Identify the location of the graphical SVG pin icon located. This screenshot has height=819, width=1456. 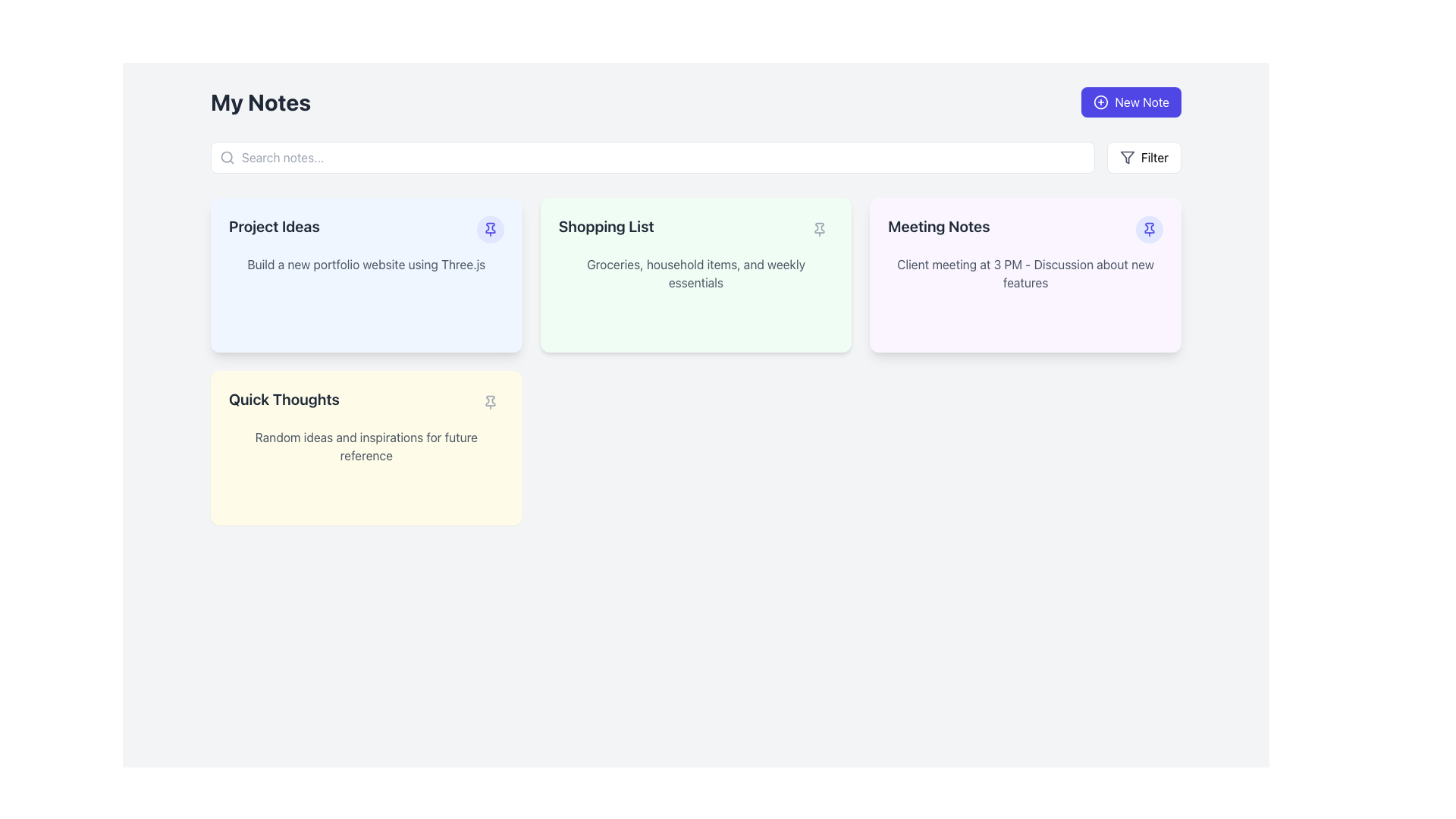
(819, 227).